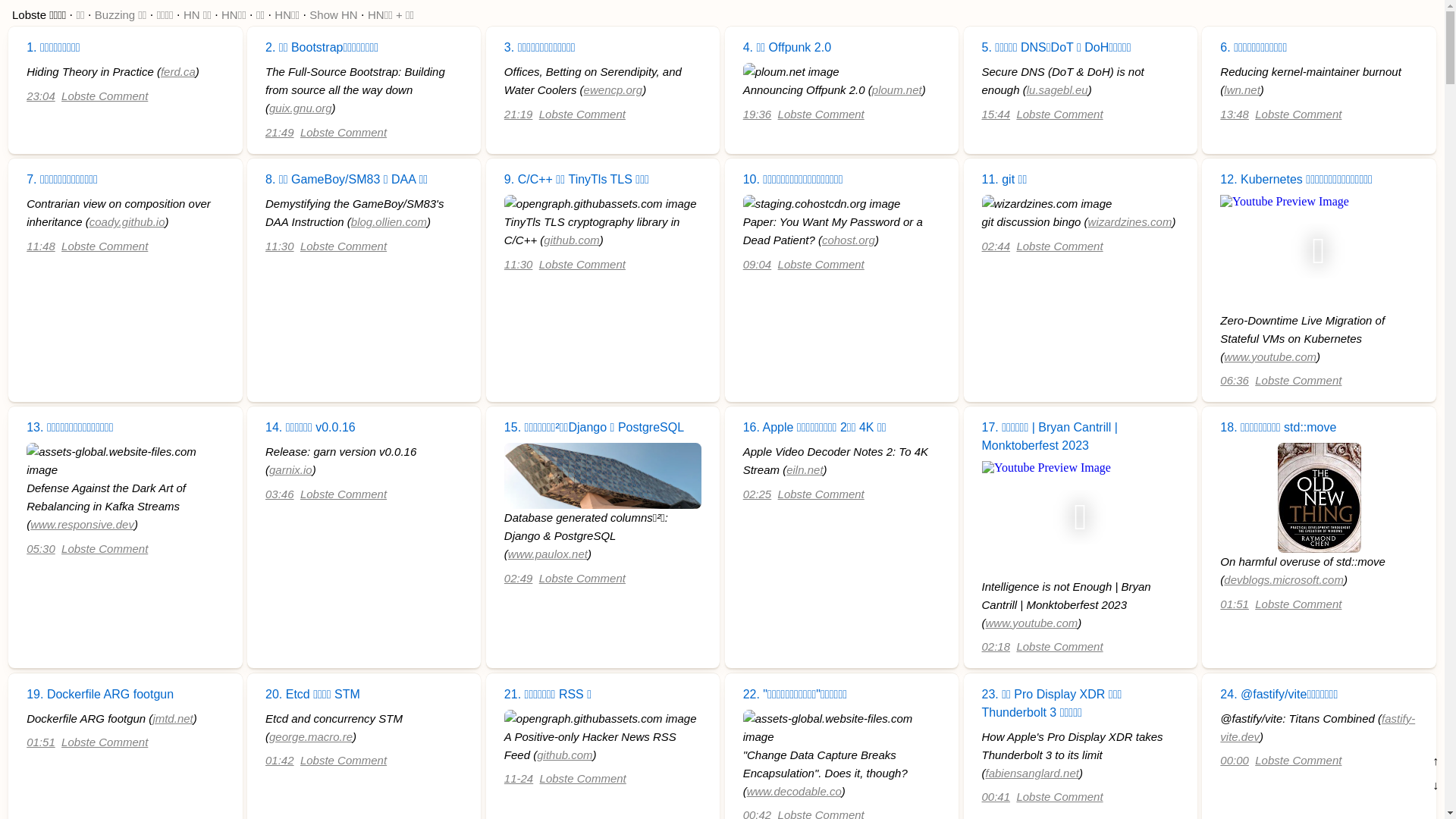 The image size is (1456, 819). Describe the element at coordinates (821, 239) in the screenshot. I see `'cohost.org'` at that location.